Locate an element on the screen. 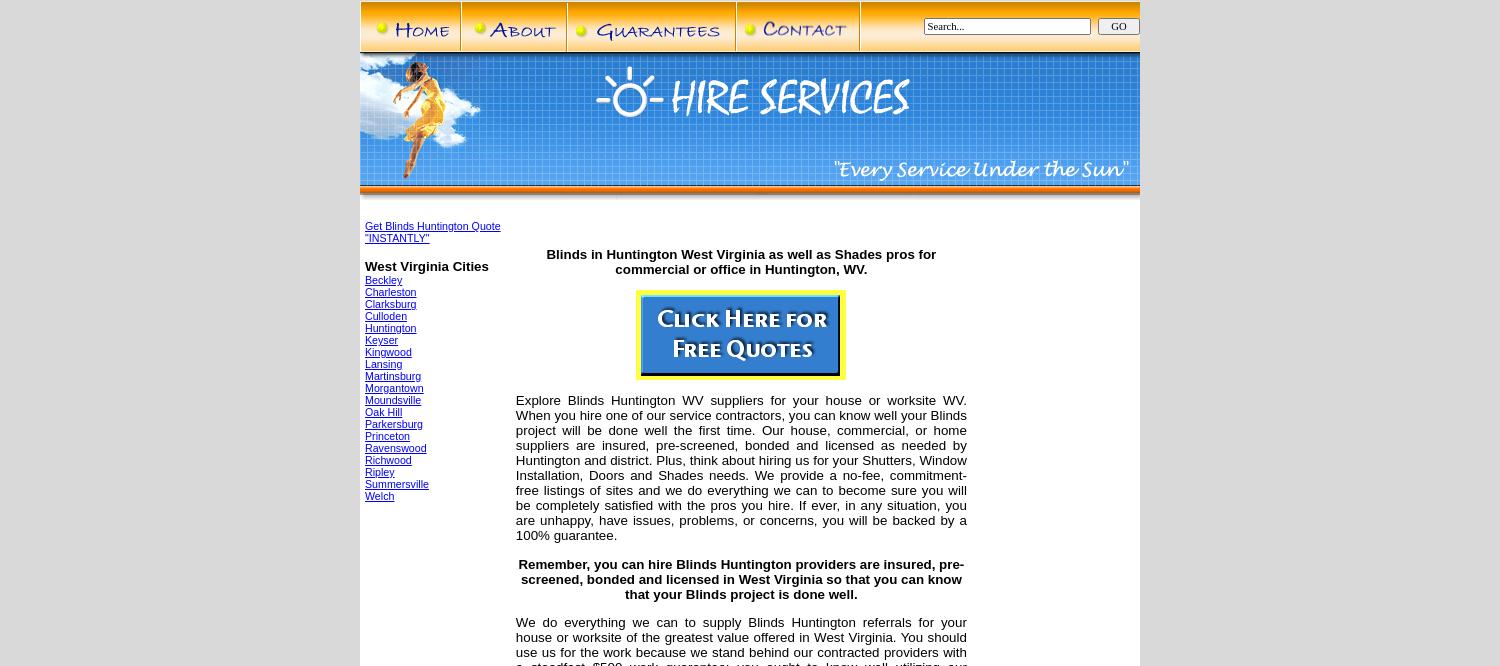 The height and width of the screenshot is (666, 1500). 'Charleston' is located at coordinates (390, 290).